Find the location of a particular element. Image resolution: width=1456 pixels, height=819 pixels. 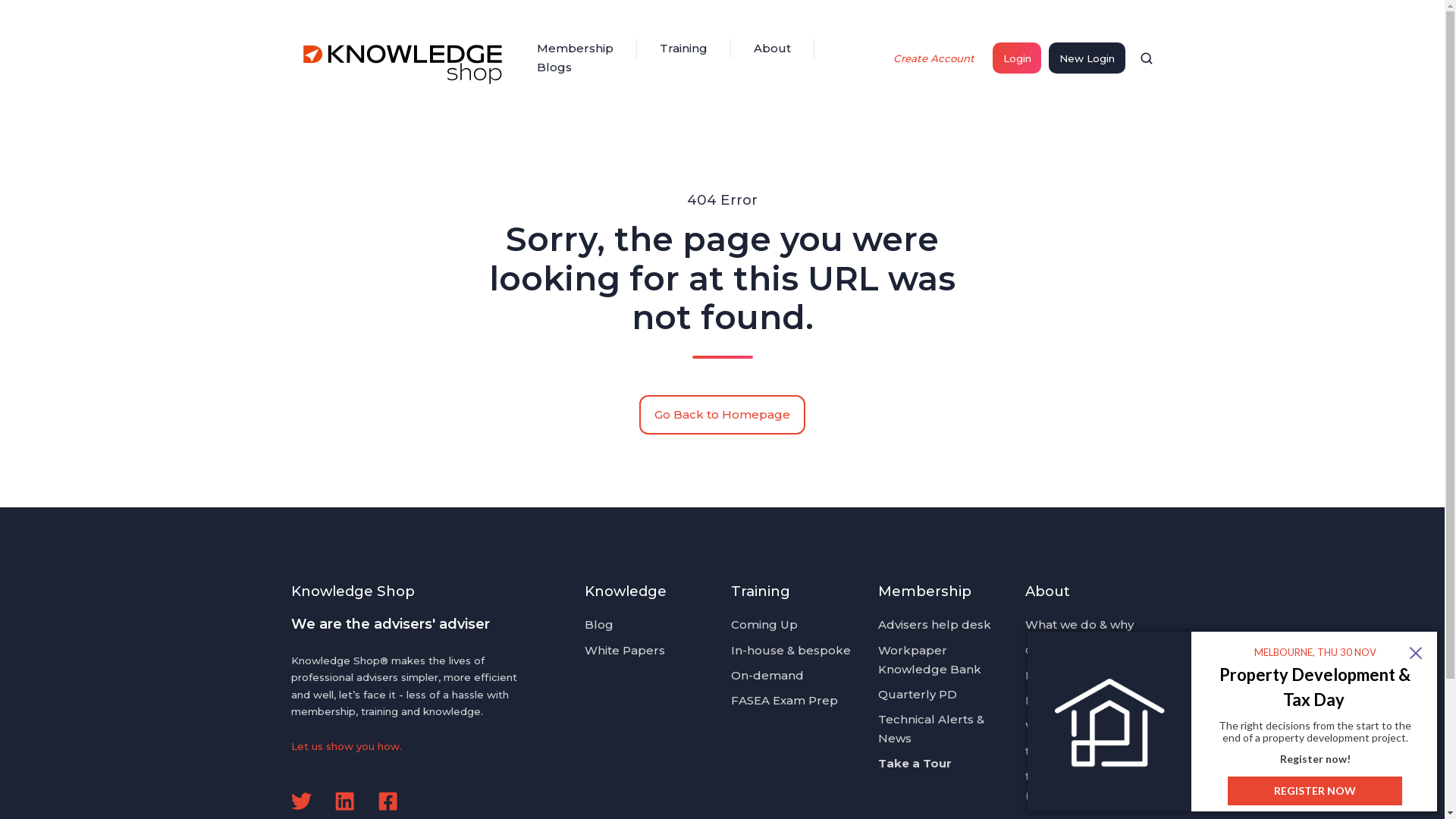

'Contact us' is located at coordinates (1056, 649).